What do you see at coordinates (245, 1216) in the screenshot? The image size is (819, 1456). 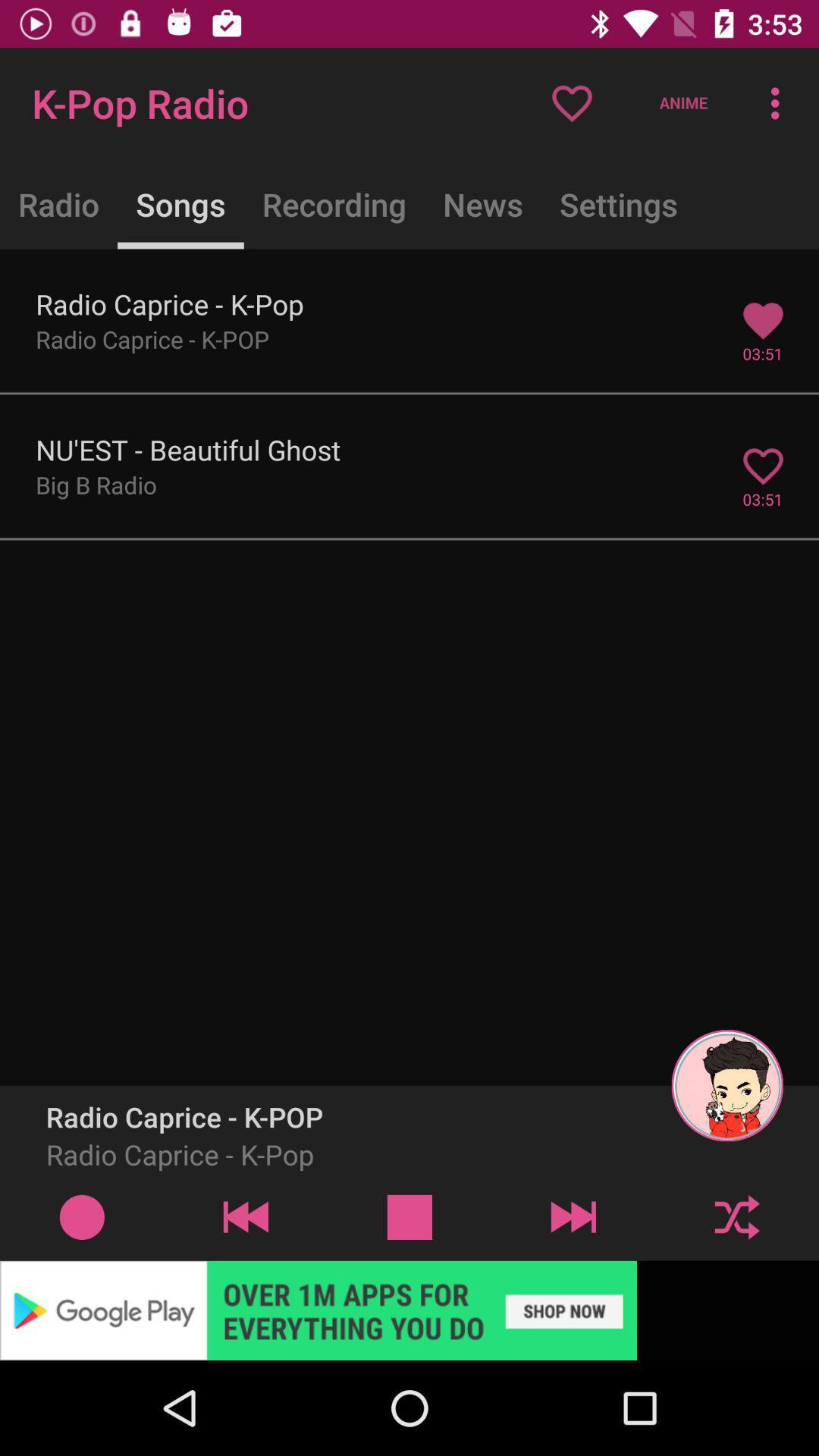 I see `go back` at bounding box center [245, 1216].